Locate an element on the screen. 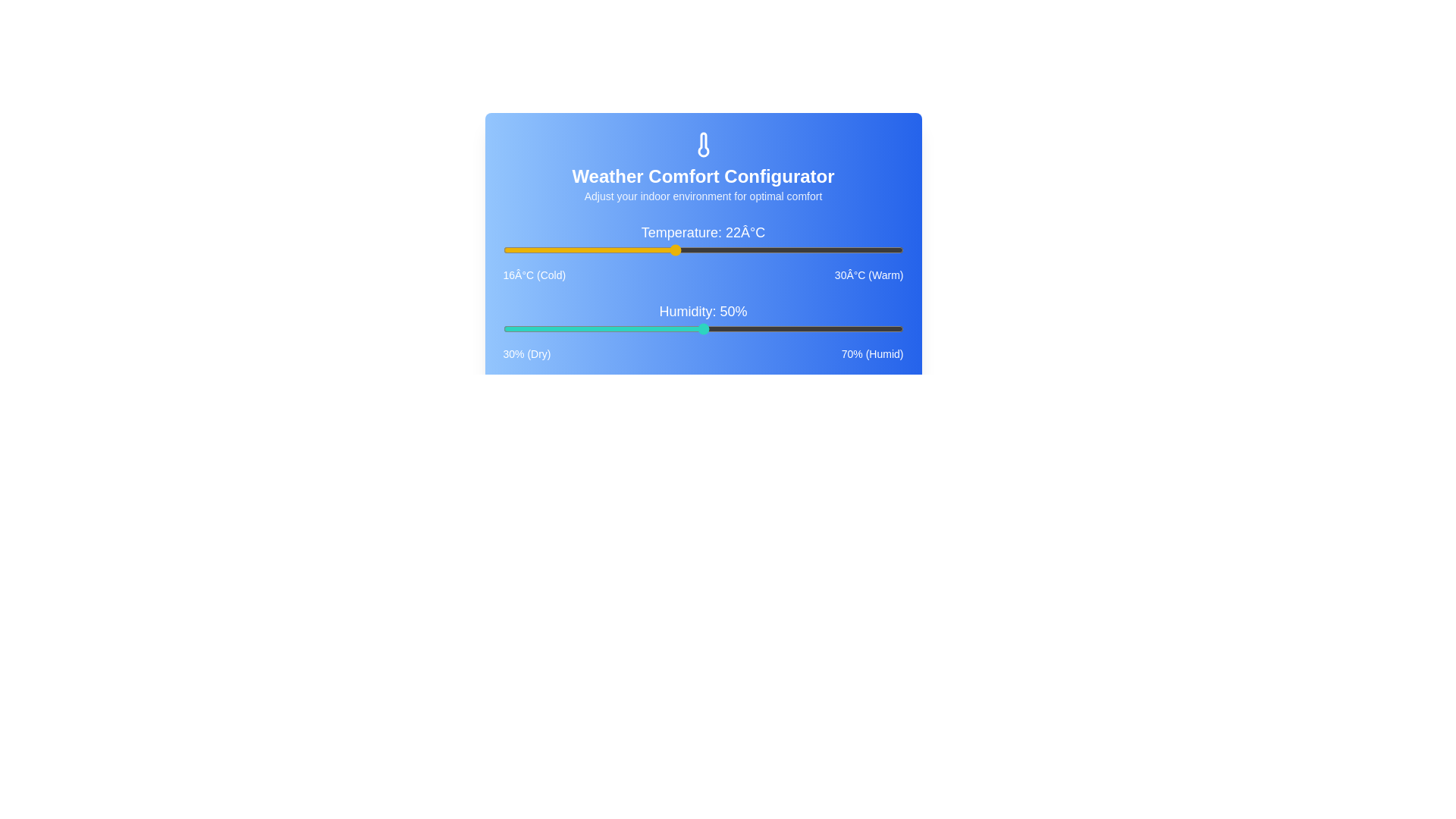 Image resolution: width=1456 pixels, height=819 pixels. the humidity slider to 62% is located at coordinates (822, 328).